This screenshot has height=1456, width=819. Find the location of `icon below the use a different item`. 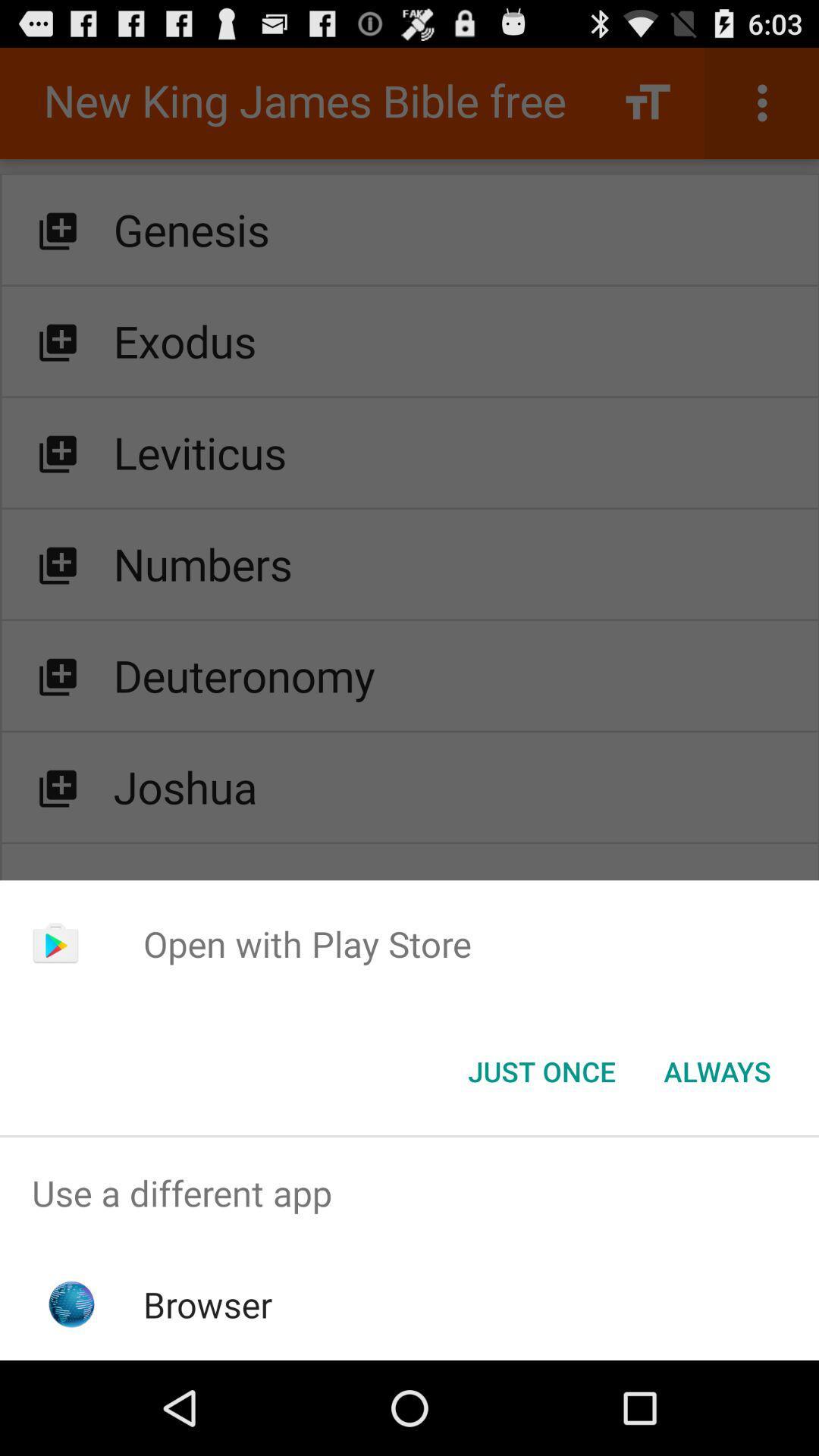

icon below the use a different item is located at coordinates (208, 1304).